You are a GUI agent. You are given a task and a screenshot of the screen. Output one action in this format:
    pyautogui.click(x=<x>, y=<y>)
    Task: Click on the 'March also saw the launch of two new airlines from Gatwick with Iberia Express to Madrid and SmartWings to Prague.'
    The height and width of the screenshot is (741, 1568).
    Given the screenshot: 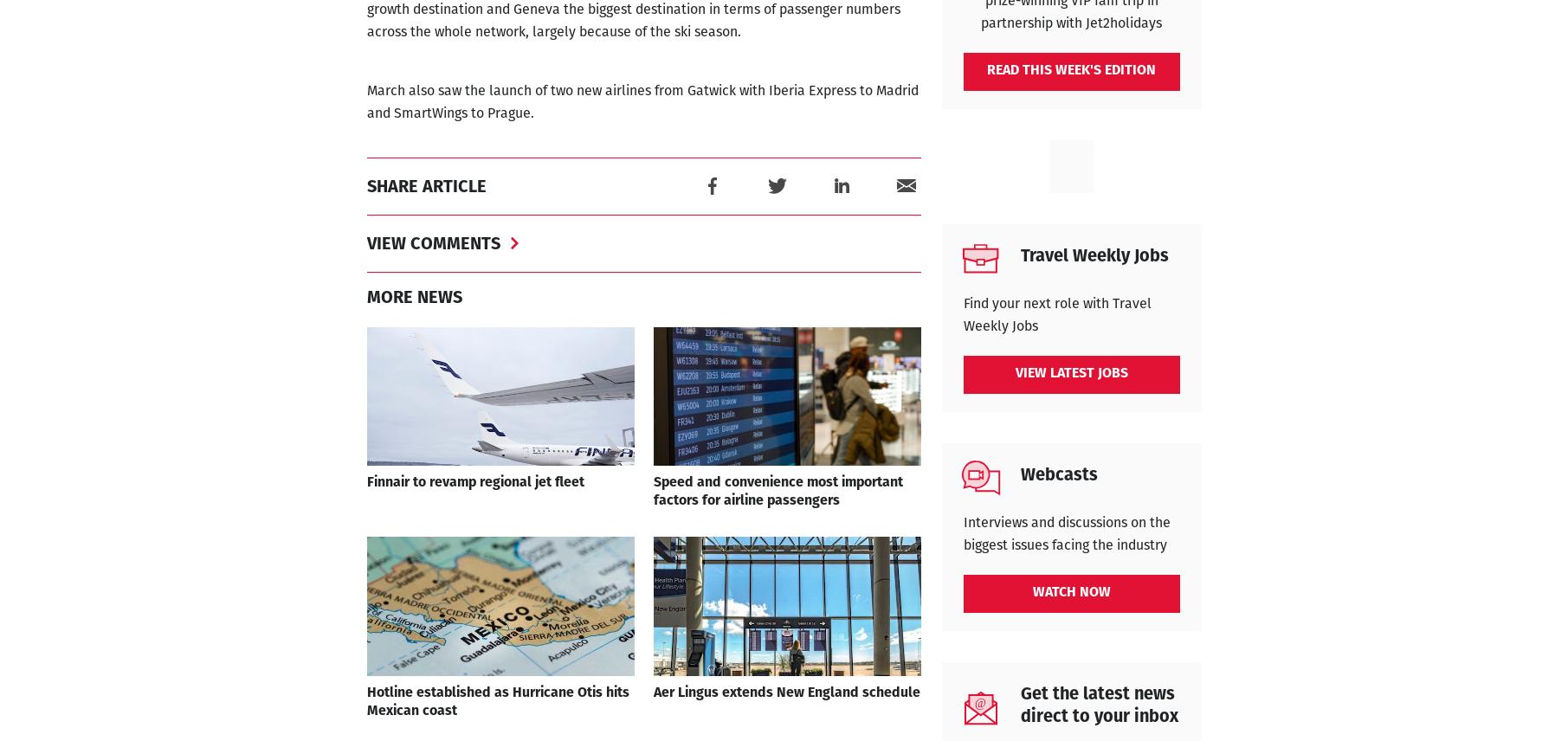 What is the action you would take?
    pyautogui.click(x=641, y=101)
    